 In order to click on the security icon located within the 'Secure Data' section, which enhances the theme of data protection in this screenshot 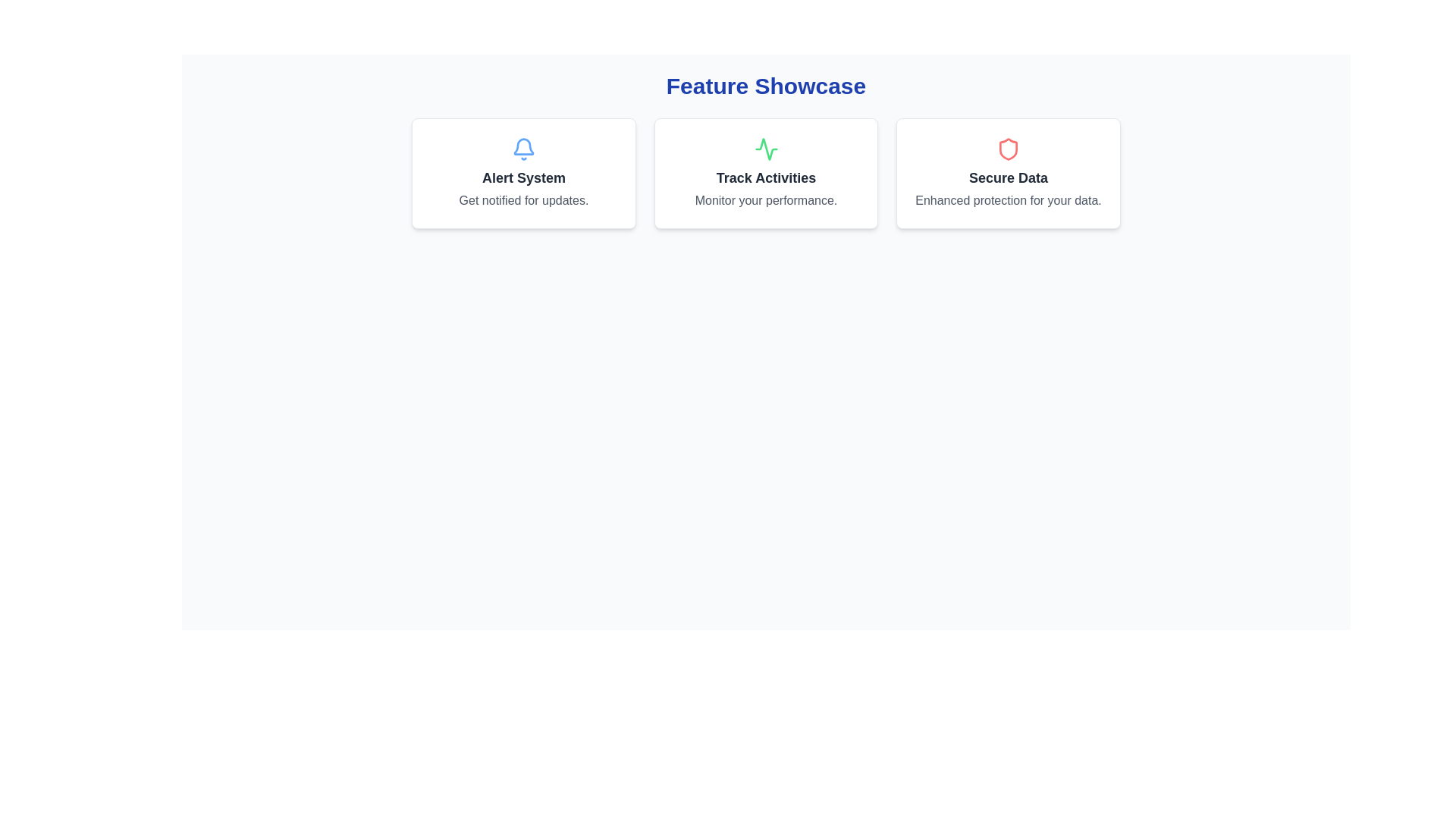, I will do `click(1008, 149)`.